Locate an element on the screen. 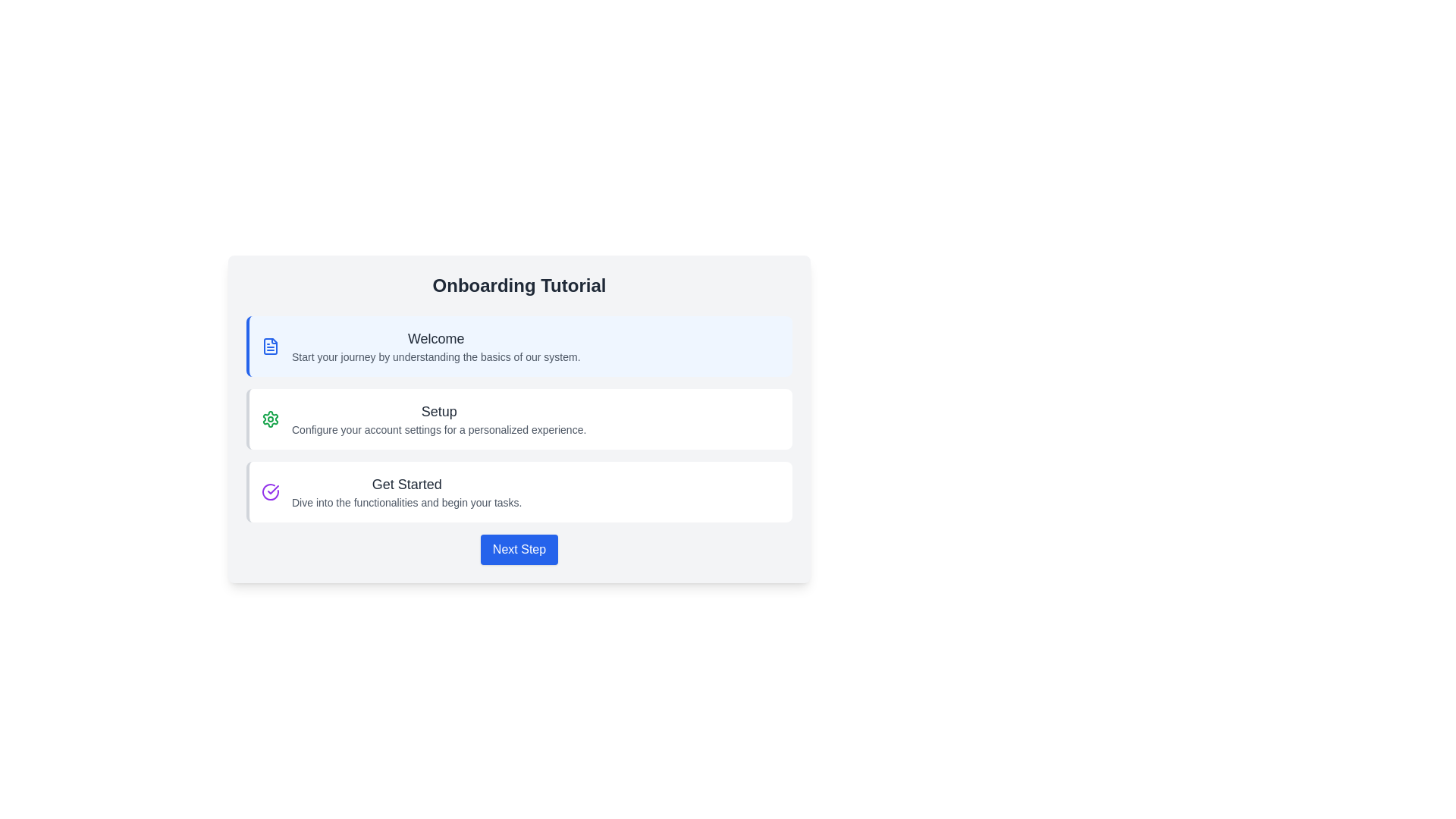 Image resolution: width=1456 pixels, height=819 pixels. the informational panel titled 'Setup', which includes the description 'Configure your account settings for a personalized experience.' is located at coordinates (519, 419).